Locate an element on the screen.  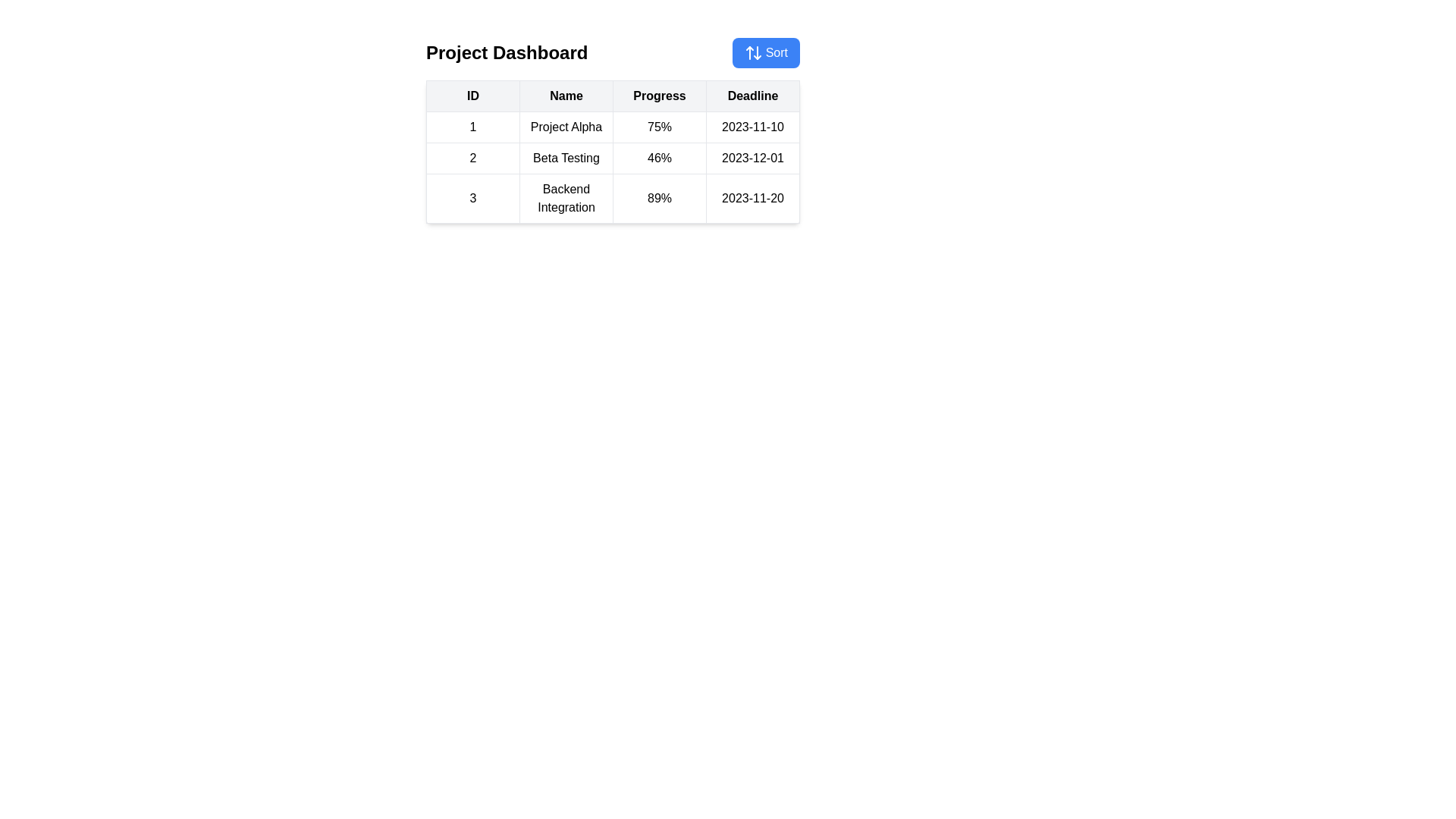
the second row of the table that contains the project labeled '2' with the name 'Beta Testing', progress '46%', and deadline '2023-12-01' is located at coordinates (613, 167).